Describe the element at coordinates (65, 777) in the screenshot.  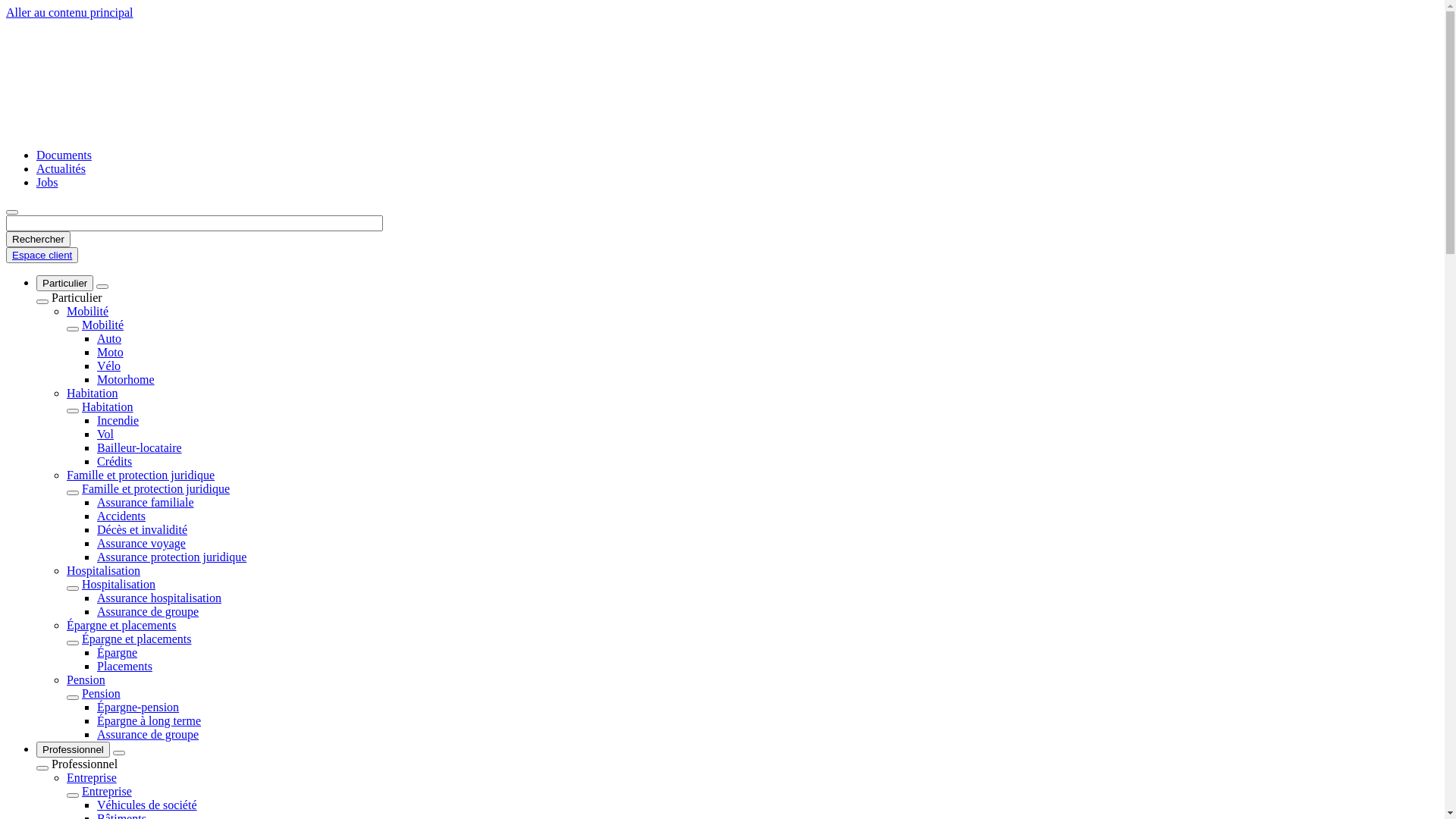
I see `'Entreprise'` at that location.